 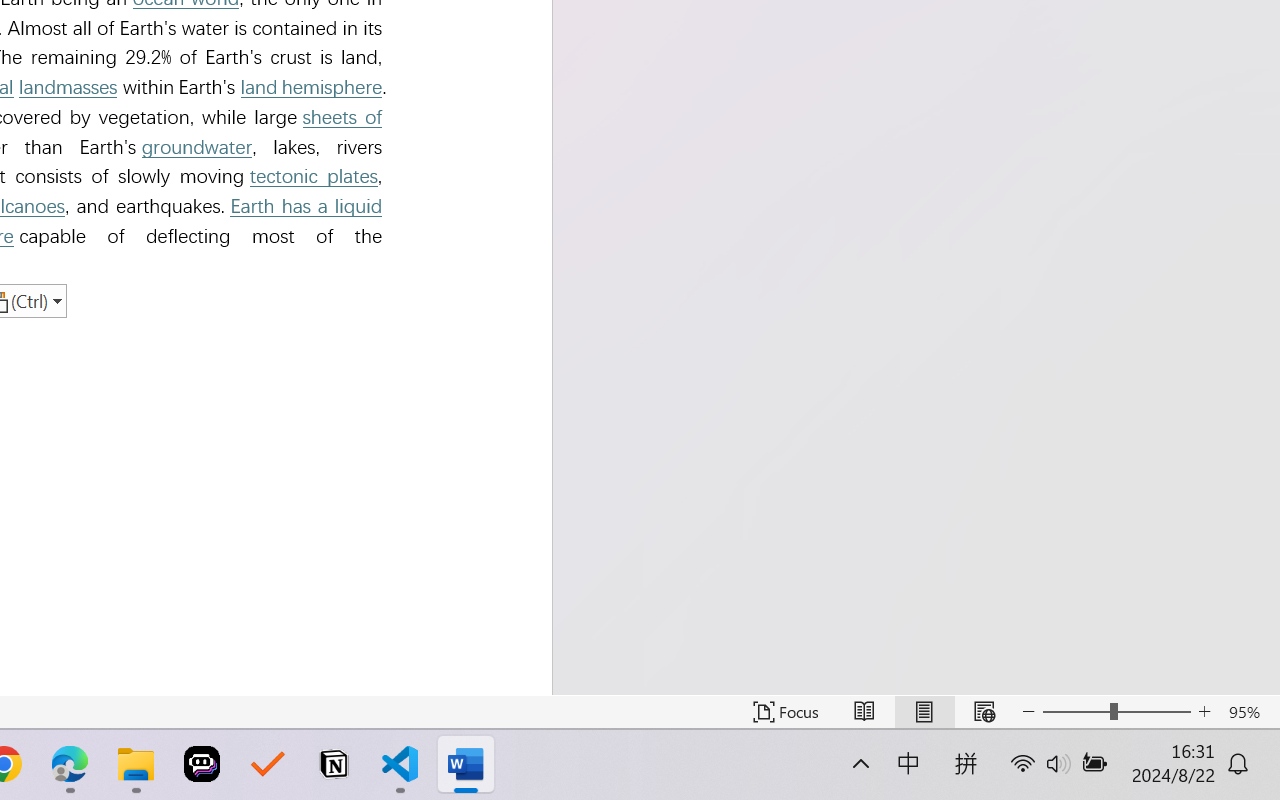 What do you see at coordinates (1248, 711) in the screenshot?
I see `'Zoom 95%'` at bounding box center [1248, 711].